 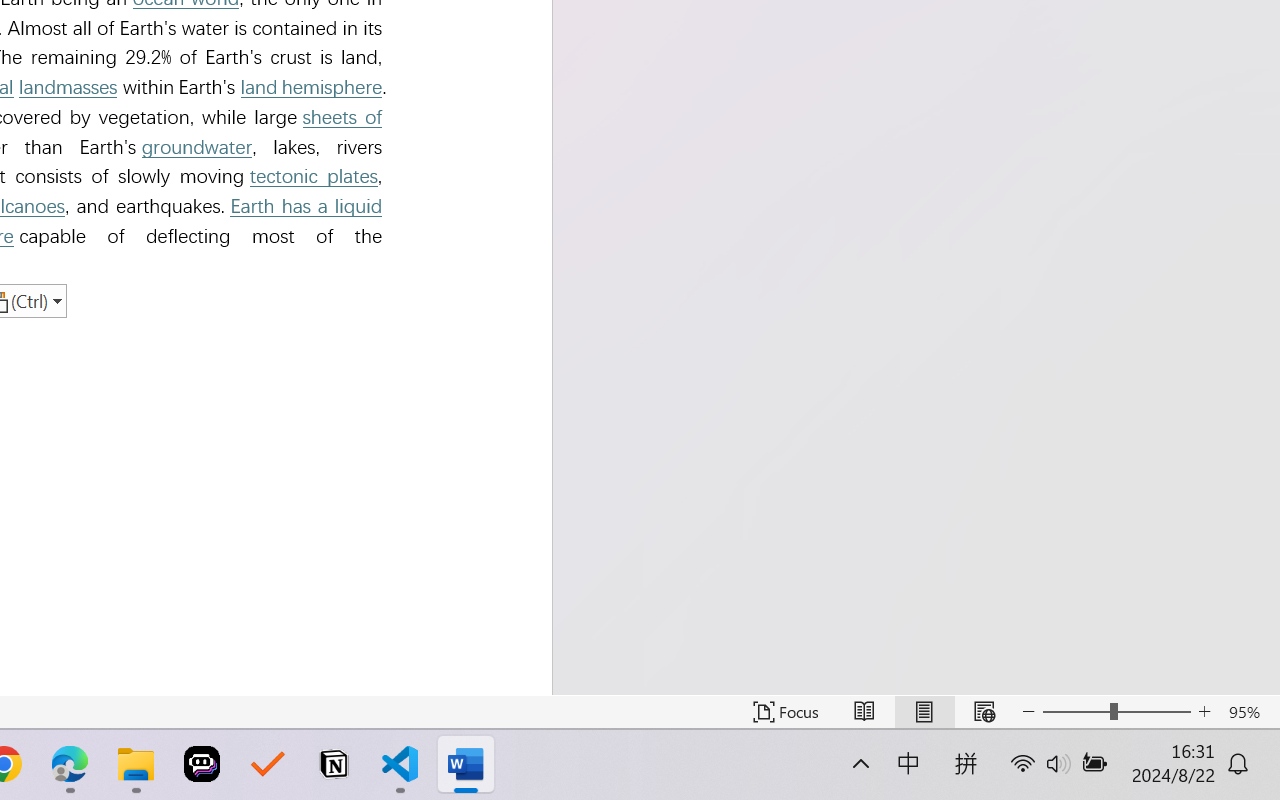 What do you see at coordinates (1248, 711) in the screenshot?
I see `'Zoom 95%'` at bounding box center [1248, 711].